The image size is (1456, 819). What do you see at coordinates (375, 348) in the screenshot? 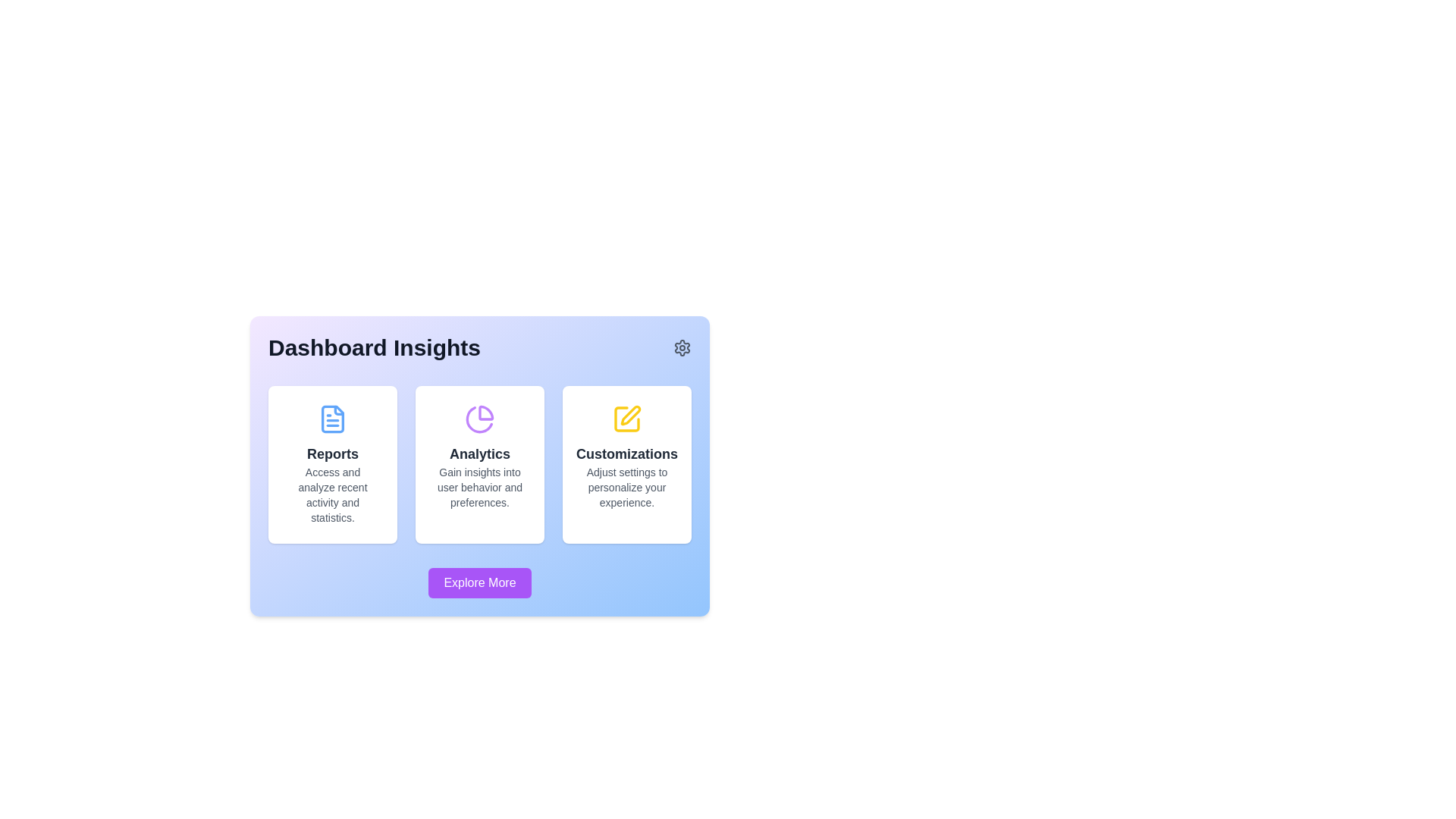
I see `the Text header located at the top-left corner of the dashboard section, which indicates the content or purpose of this section` at bounding box center [375, 348].